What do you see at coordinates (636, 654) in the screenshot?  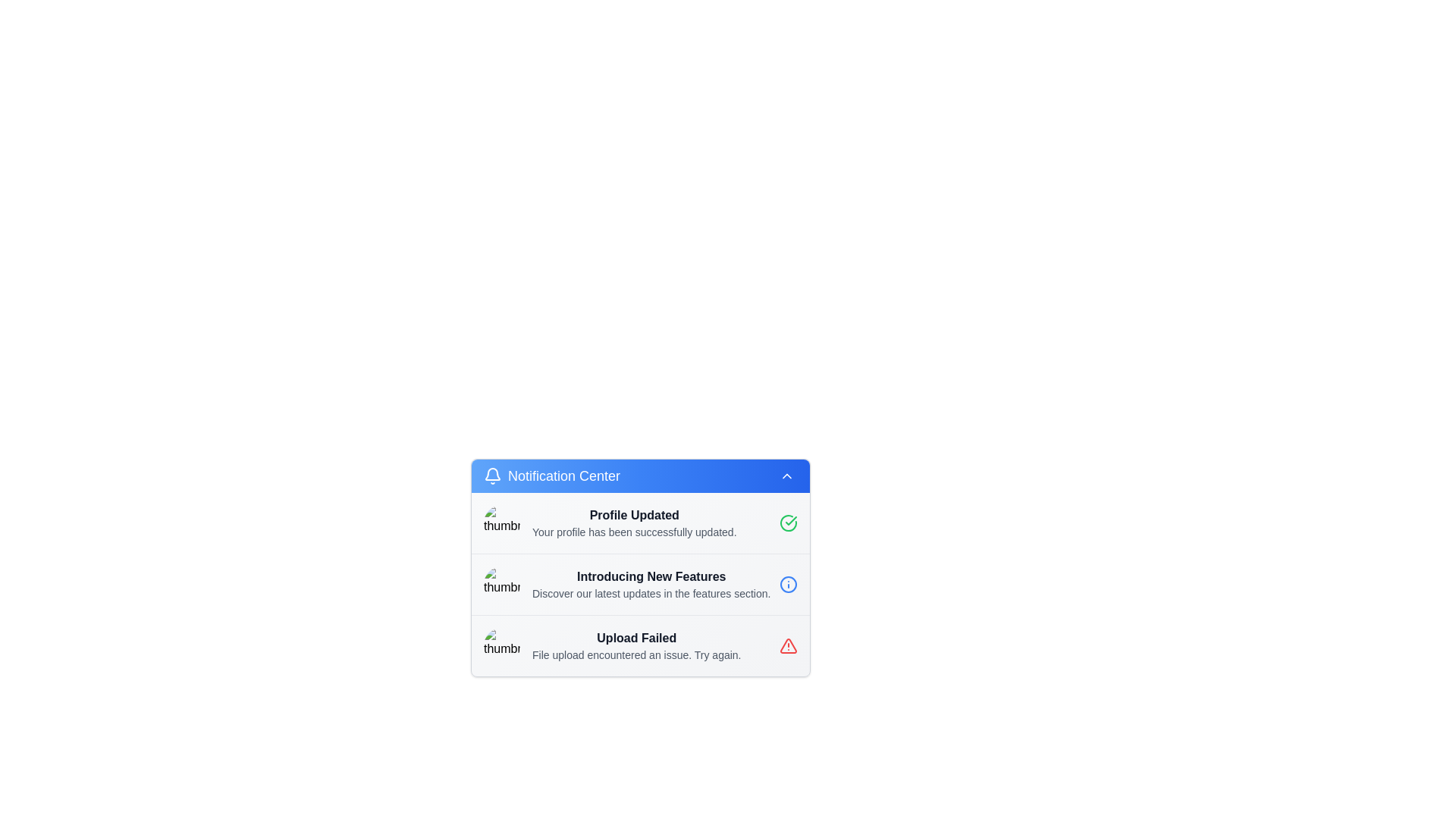 I see `text content of the paragraph that states 'File upload encountered an issue. Try again.' which is displayed in a subdued gray color below the heading 'Upload Failed'` at bounding box center [636, 654].